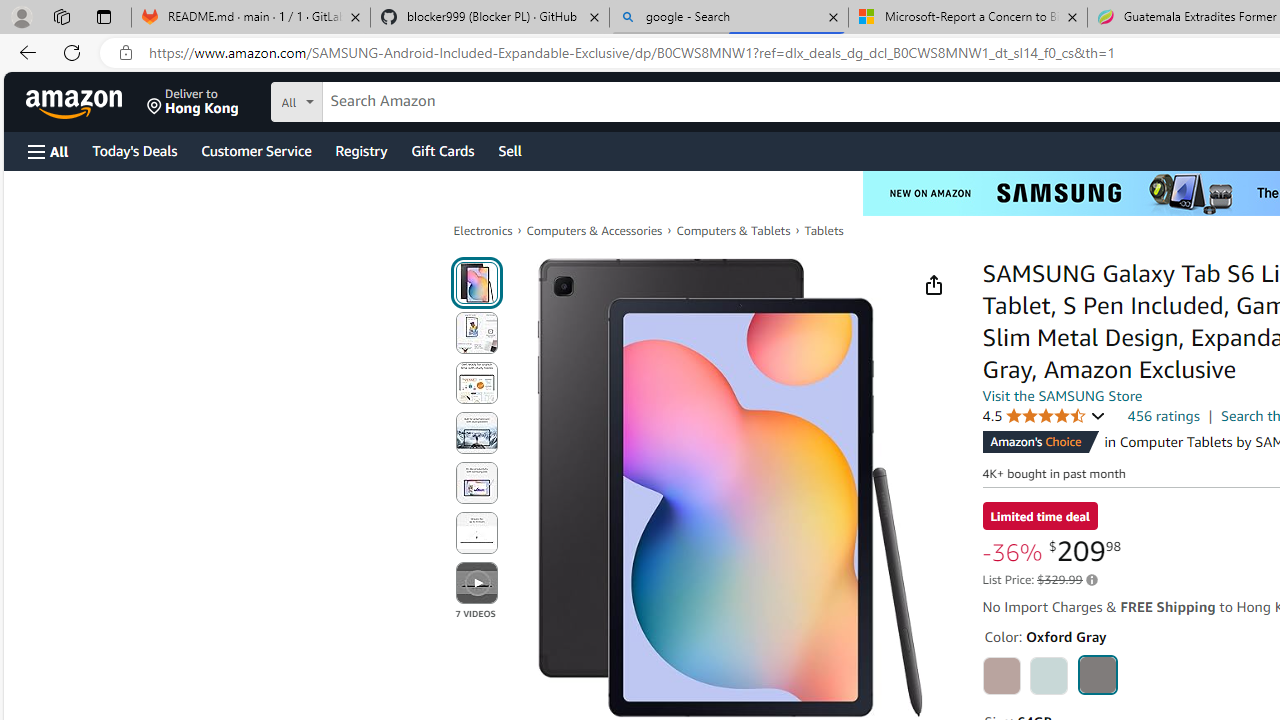 The image size is (1280, 720). I want to click on 'Today', so click(133, 149).